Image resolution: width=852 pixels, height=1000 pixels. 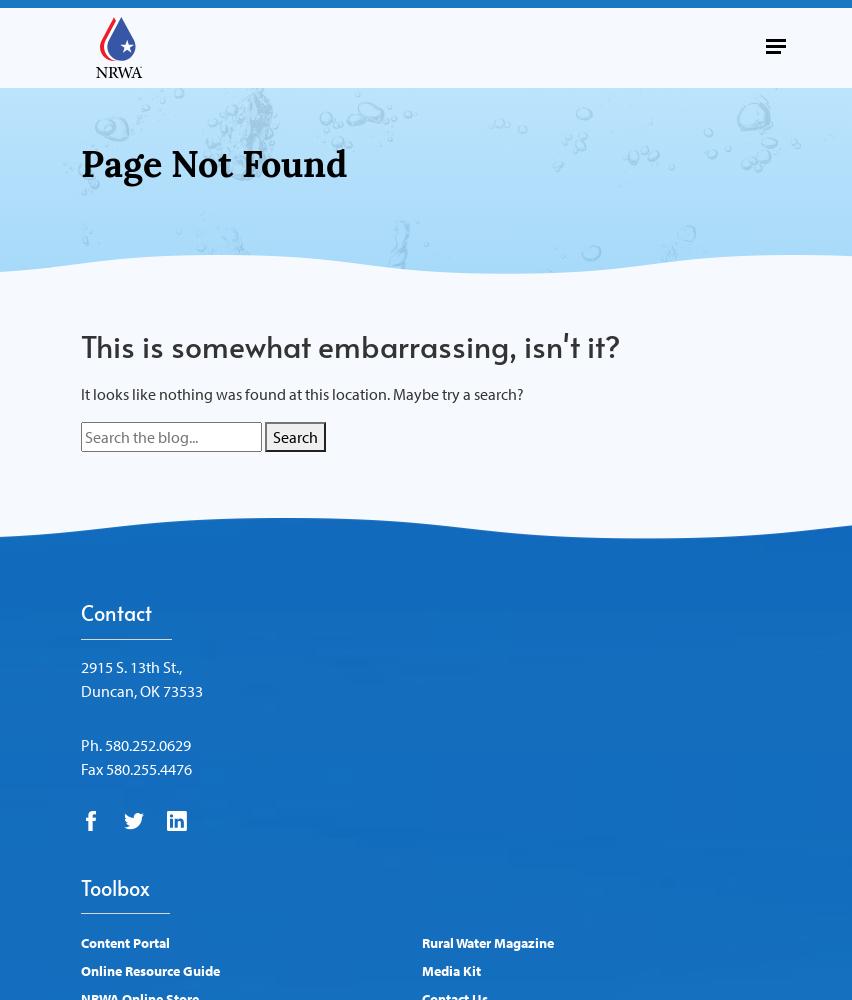 What do you see at coordinates (80, 612) in the screenshot?
I see `'Contact'` at bounding box center [80, 612].